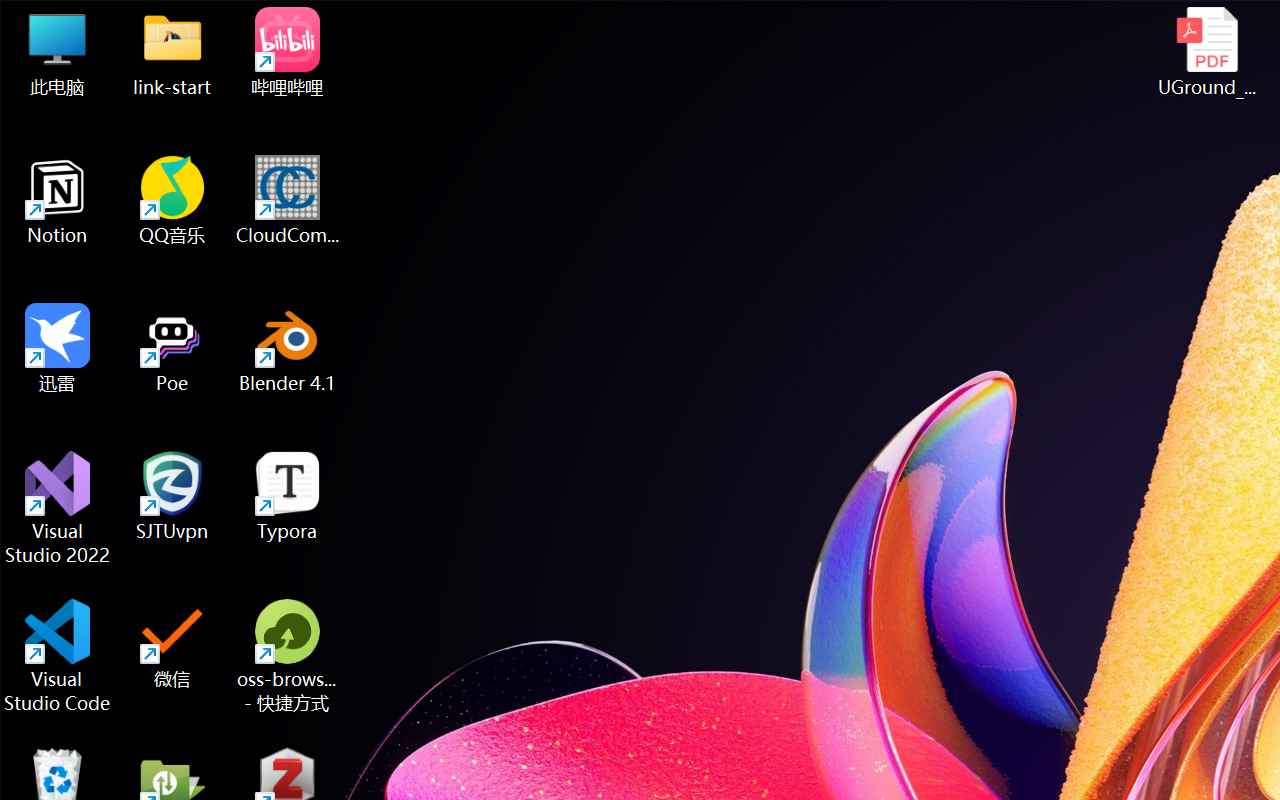 The height and width of the screenshot is (800, 1280). What do you see at coordinates (287, 496) in the screenshot?
I see `'Typora'` at bounding box center [287, 496].